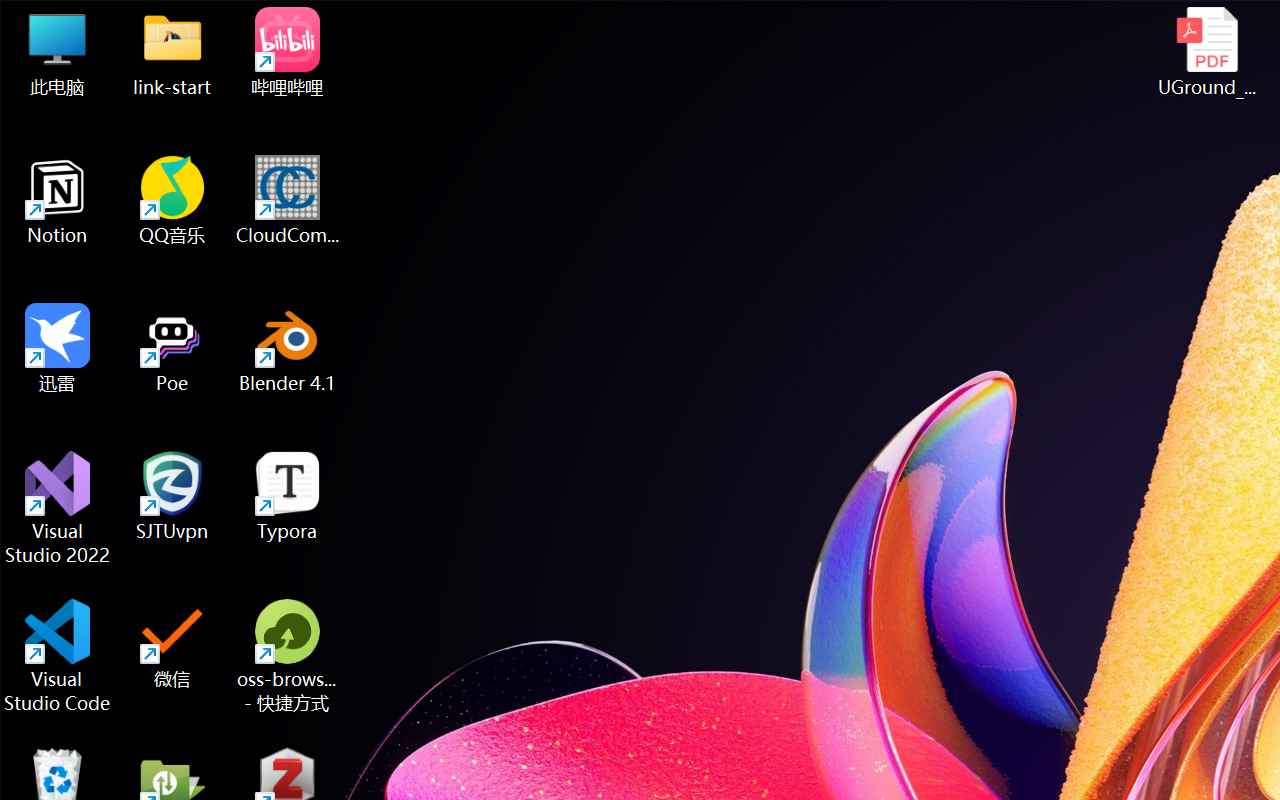 The height and width of the screenshot is (800, 1280). What do you see at coordinates (287, 496) in the screenshot?
I see `'Typora'` at bounding box center [287, 496].